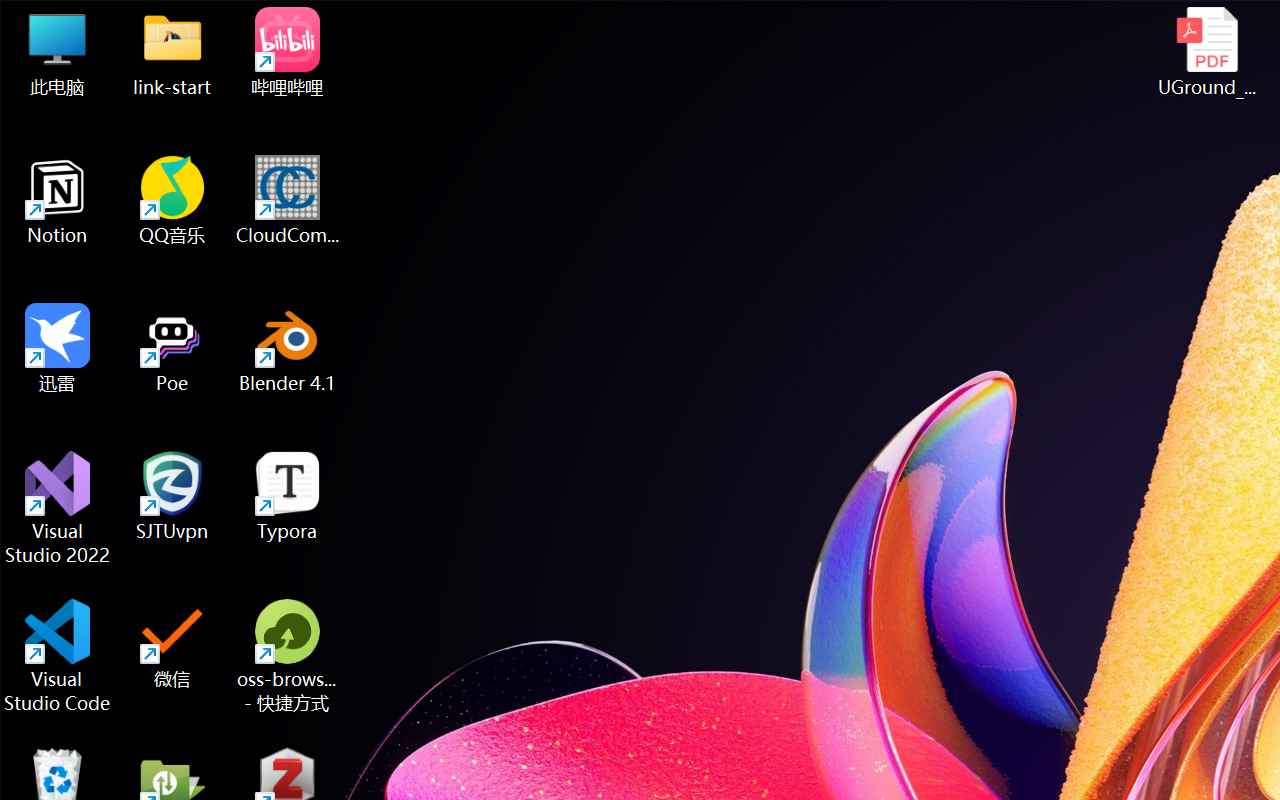 The height and width of the screenshot is (800, 1280). What do you see at coordinates (287, 496) in the screenshot?
I see `'Typora'` at bounding box center [287, 496].